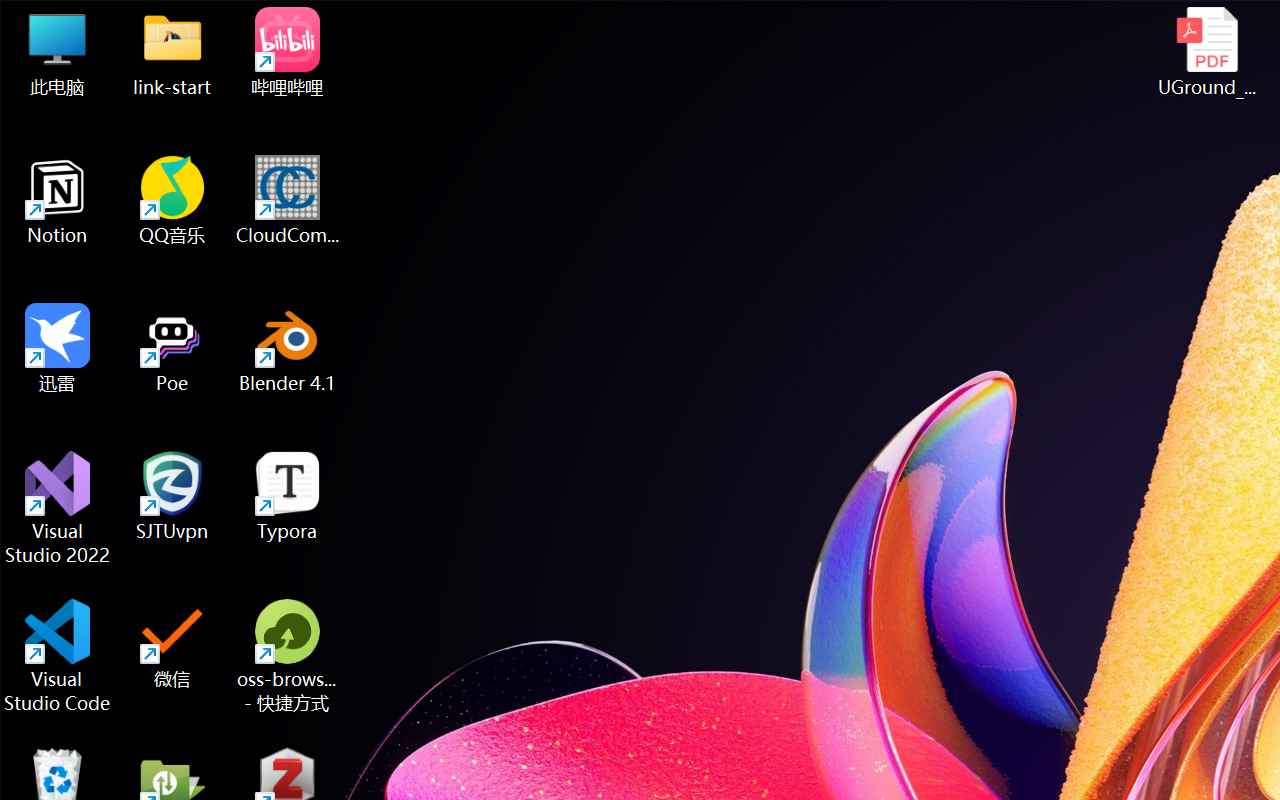 The height and width of the screenshot is (800, 1280). What do you see at coordinates (287, 496) in the screenshot?
I see `'Typora'` at bounding box center [287, 496].